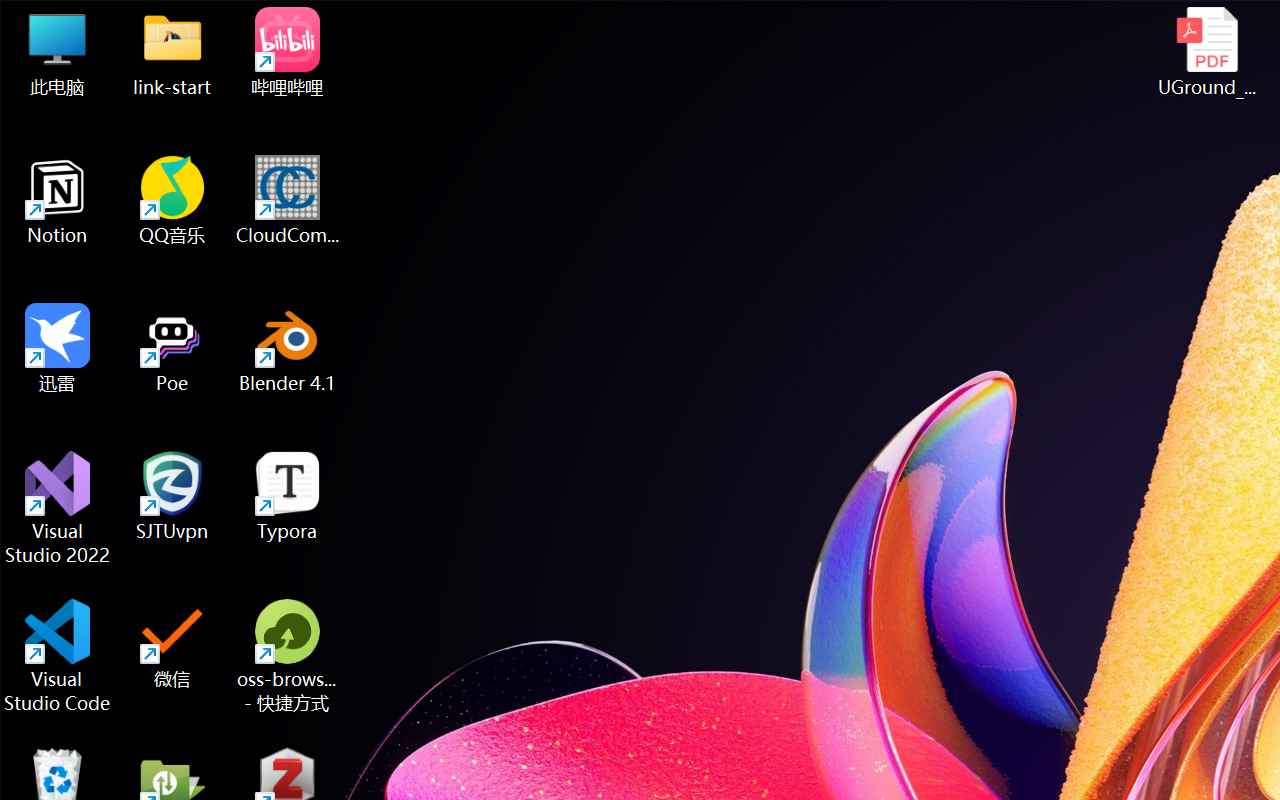 The height and width of the screenshot is (800, 1280). What do you see at coordinates (287, 496) in the screenshot?
I see `'Typora'` at bounding box center [287, 496].